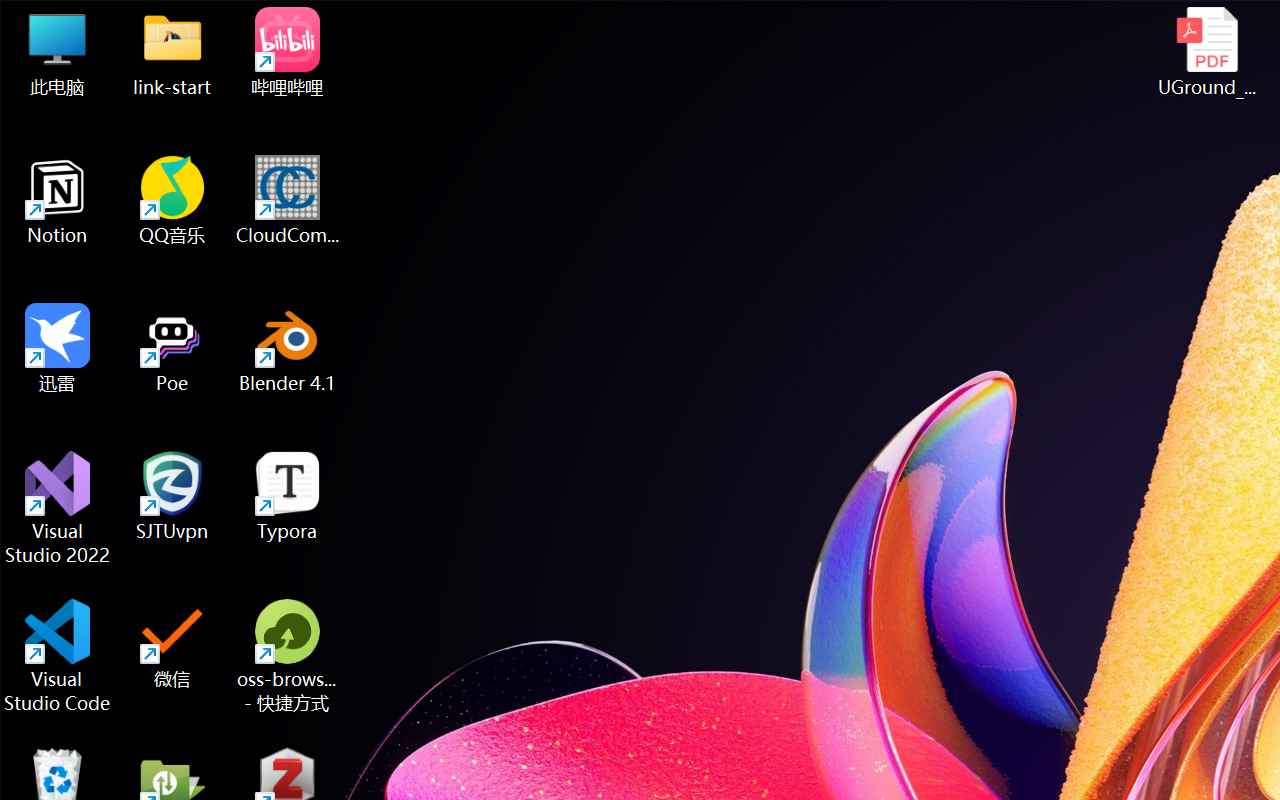 The height and width of the screenshot is (800, 1280). What do you see at coordinates (287, 496) in the screenshot?
I see `'Typora'` at bounding box center [287, 496].